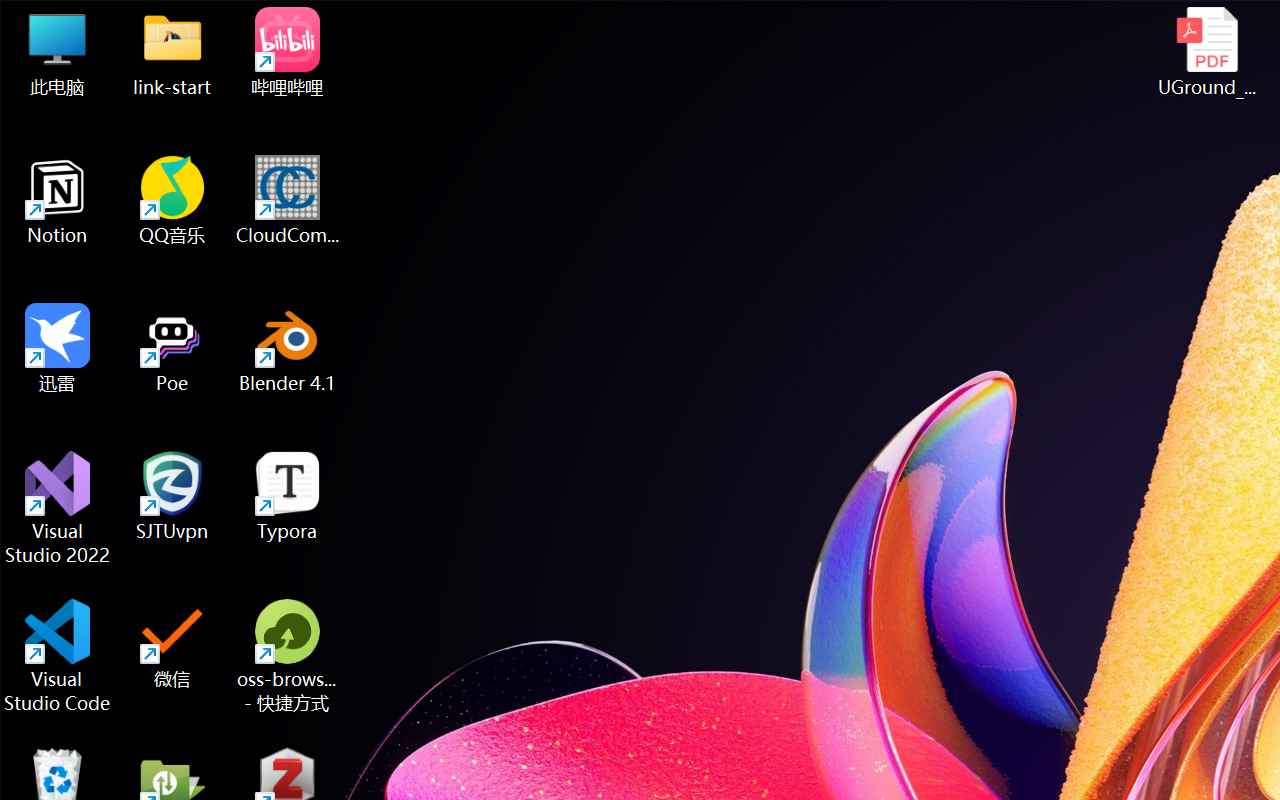 The height and width of the screenshot is (800, 1280). What do you see at coordinates (287, 496) in the screenshot?
I see `'Typora'` at bounding box center [287, 496].